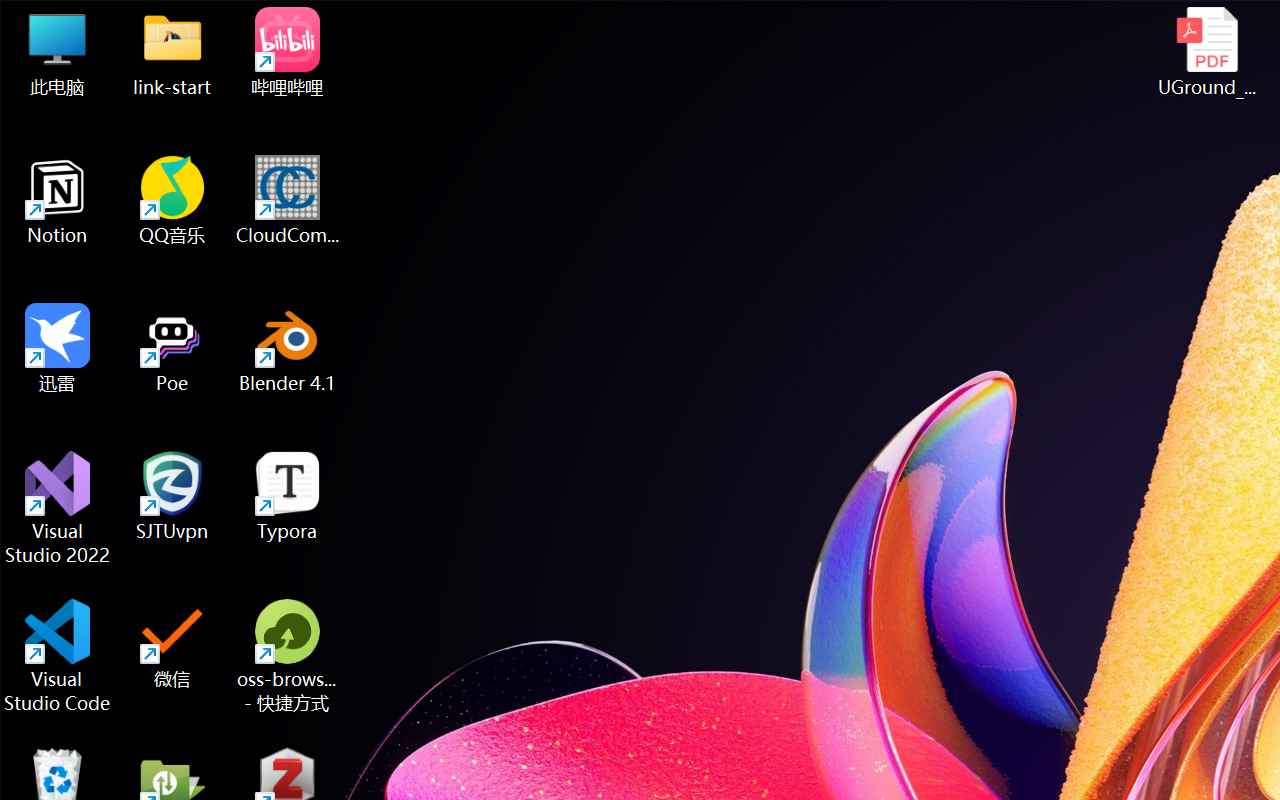 The height and width of the screenshot is (800, 1280). What do you see at coordinates (287, 496) in the screenshot?
I see `'Typora'` at bounding box center [287, 496].